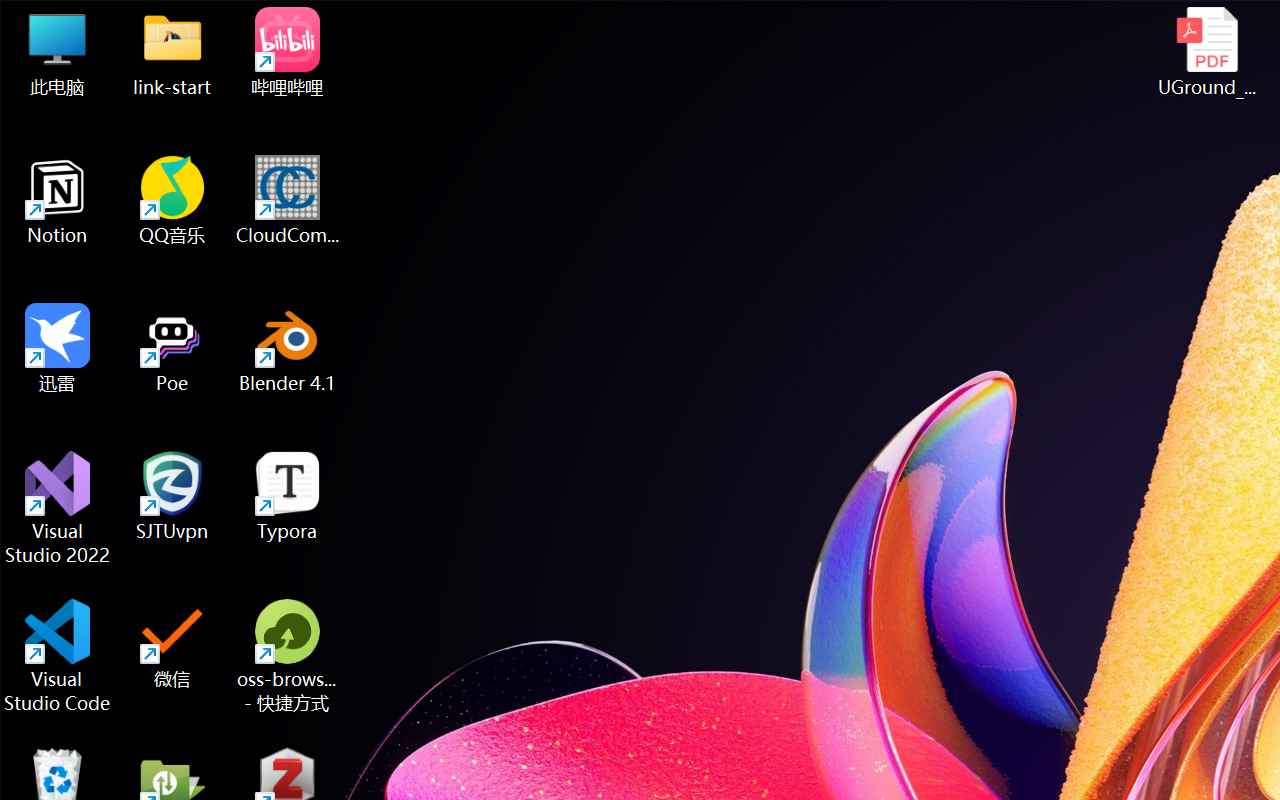 The height and width of the screenshot is (800, 1280). What do you see at coordinates (287, 496) in the screenshot?
I see `'Typora'` at bounding box center [287, 496].